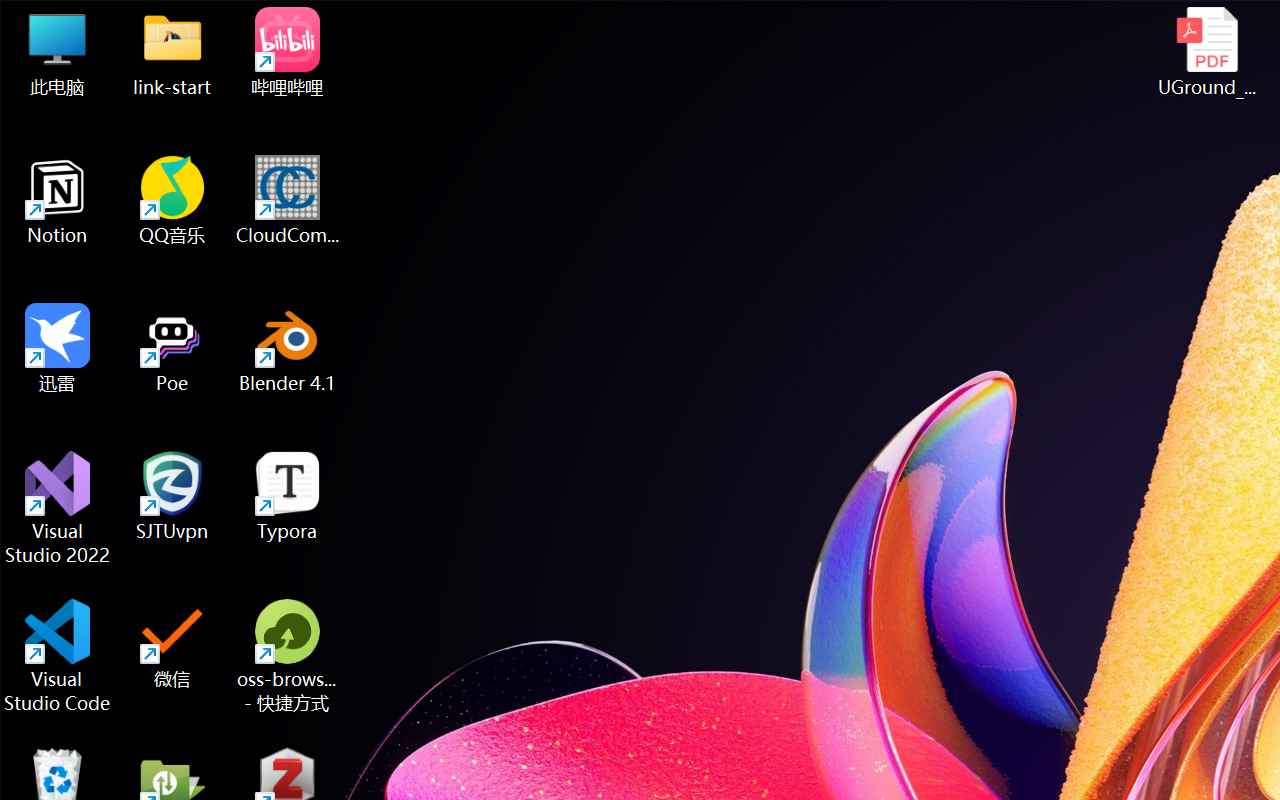 The height and width of the screenshot is (800, 1280). What do you see at coordinates (287, 496) in the screenshot?
I see `'Typora'` at bounding box center [287, 496].